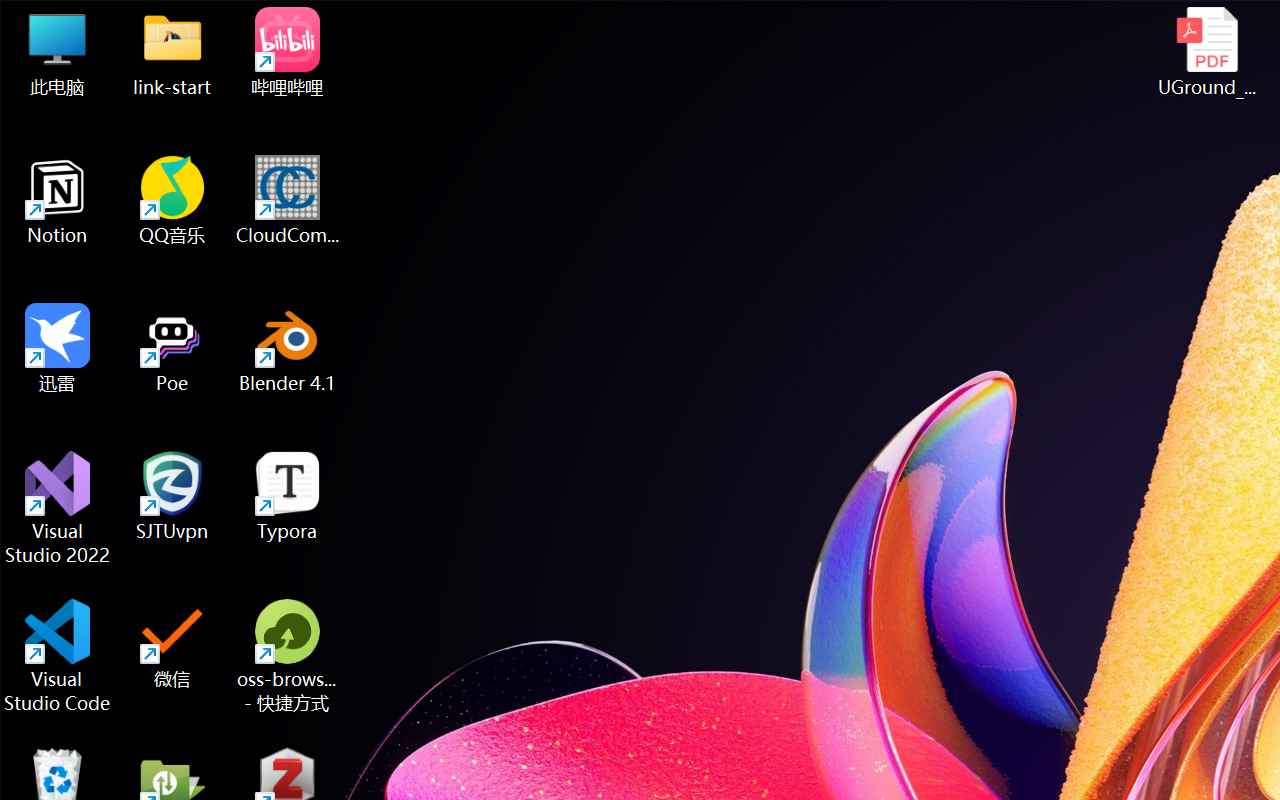 The height and width of the screenshot is (800, 1280). What do you see at coordinates (287, 496) in the screenshot?
I see `'Typora'` at bounding box center [287, 496].